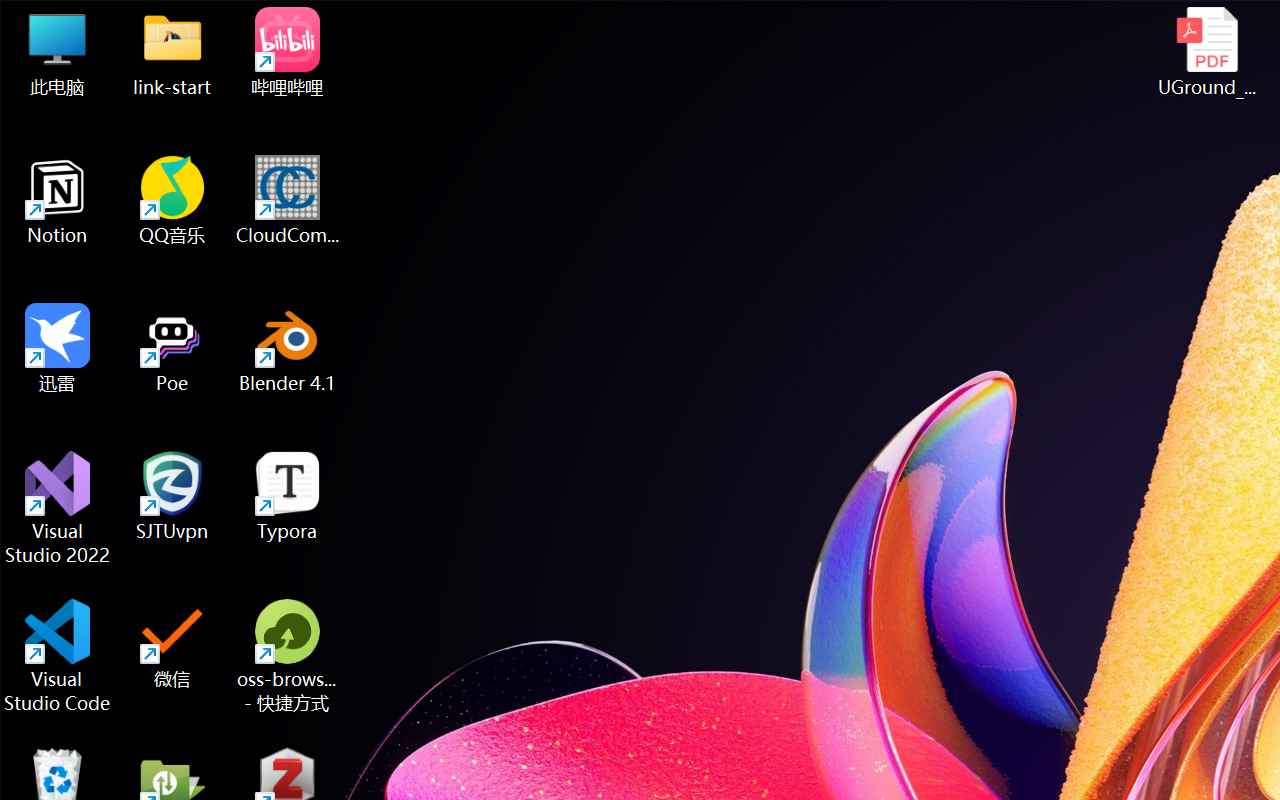 The height and width of the screenshot is (800, 1280). What do you see at coordinates (287, 496) in the screenshot?
I see `'Typora'` at bounding box center [287, 496].